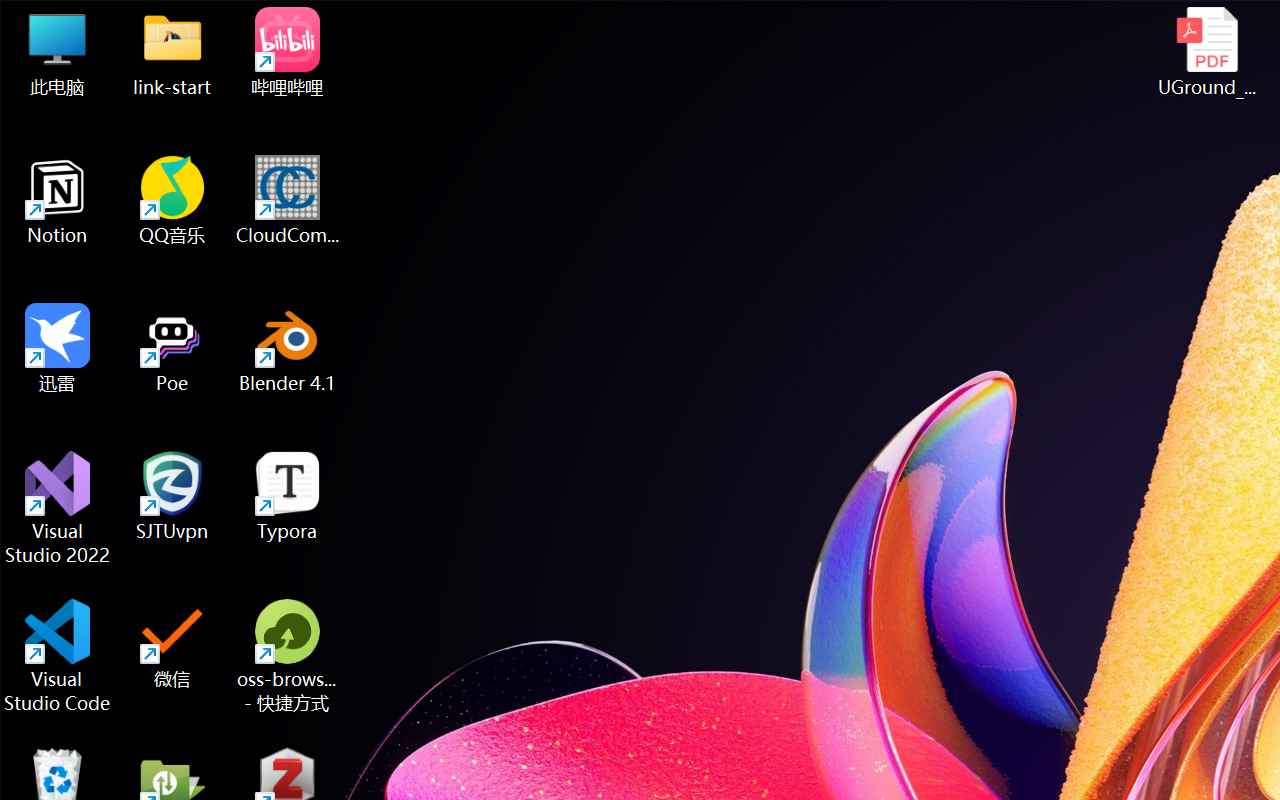 The height and width of the screenshot is (800, 1280). What do you see at coordinates (287, 496) in the screenshot?
I see `'Typora'` at bounding box center [287, 496].